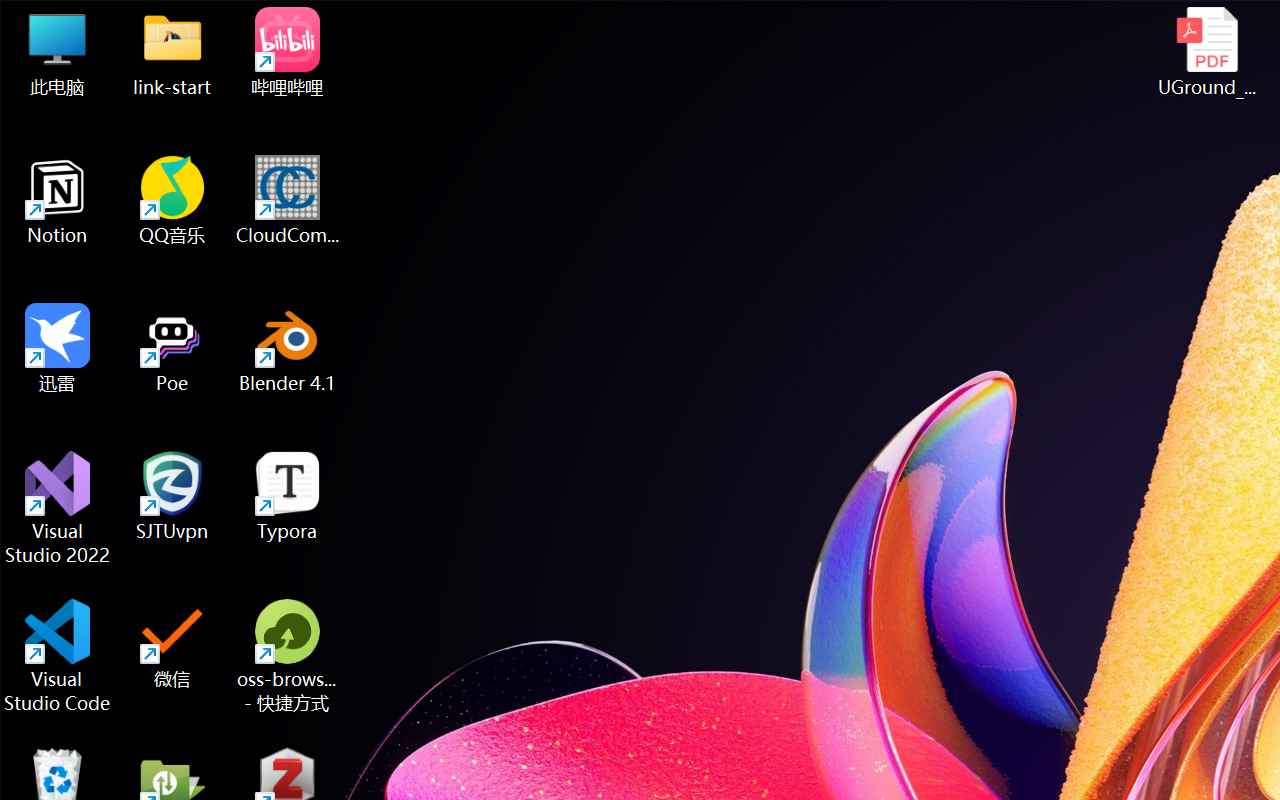 The height and width of the screenshot is (800, 1280). What do you see at coordinates (287, 496) in the screenshot?
I see `'Typora'` at bounding box center [287, 496].